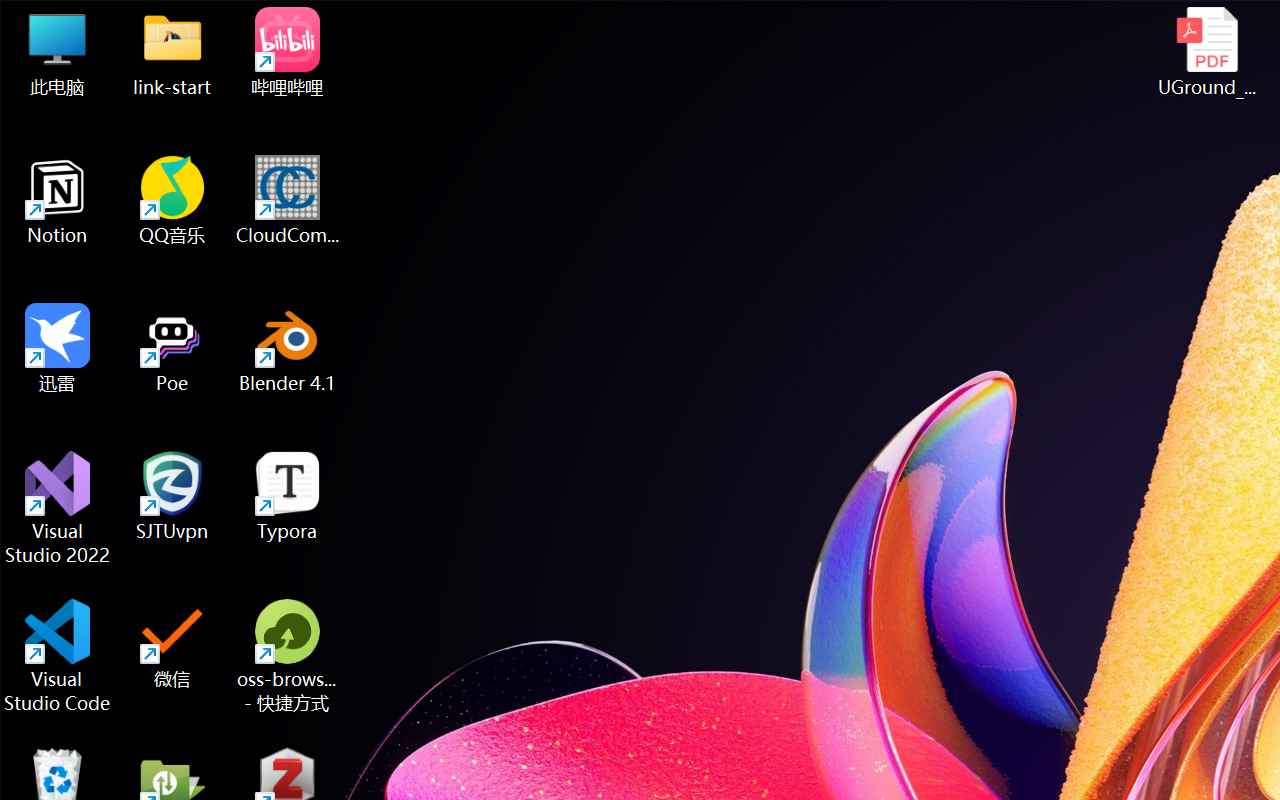 The height and width of the screenshot is (800, 1280). What do you see at coordinates (287, 496) in the screenshot?
I see `'Typora'` at bounding box center [287, 496].